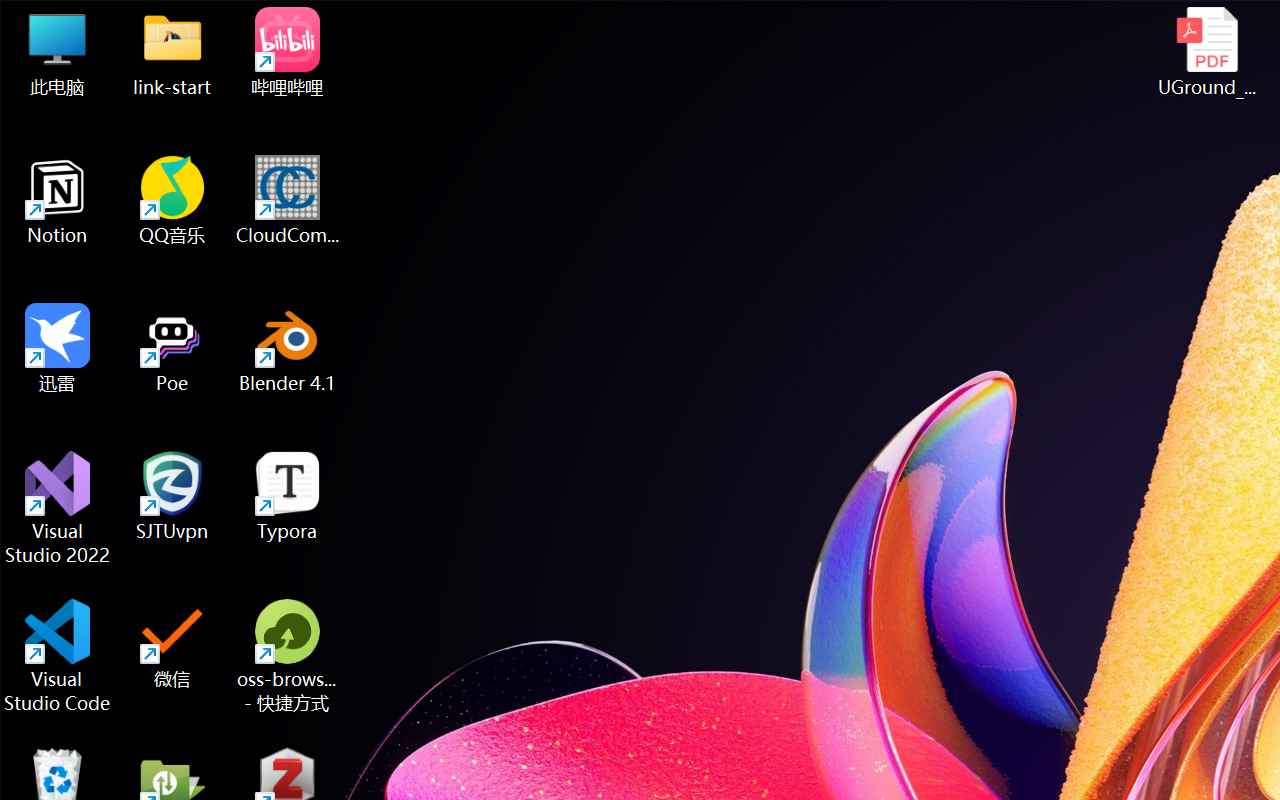 The height and width of the screenshot is (800, 1280). What do you see at coordinates (287, 496) in the screenshot?
I see `'Typora'` at bounding box center [287, 496].